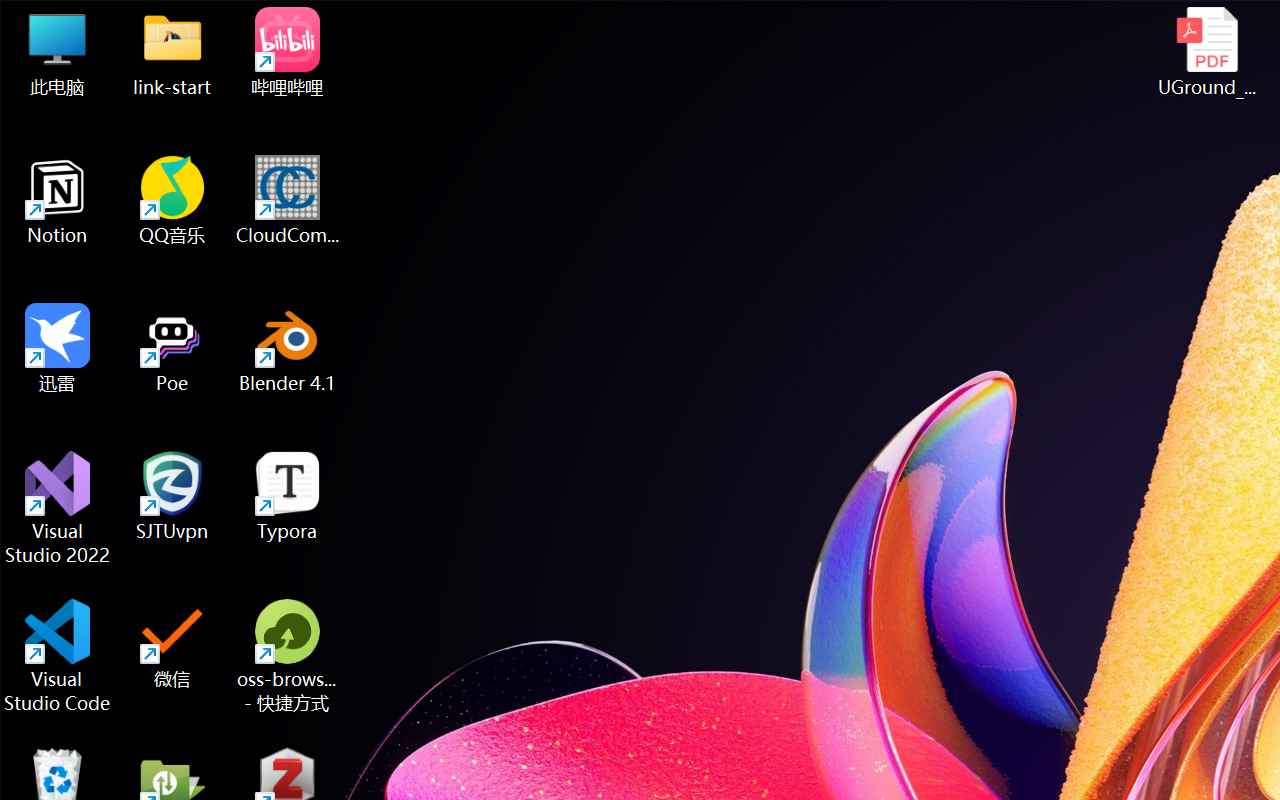 The height and width of the screenshot is (800, 1280). What do you see at coordinates (287, 496) in the screenshot?
I see `'Typora'` at bounding box center [287, 496].